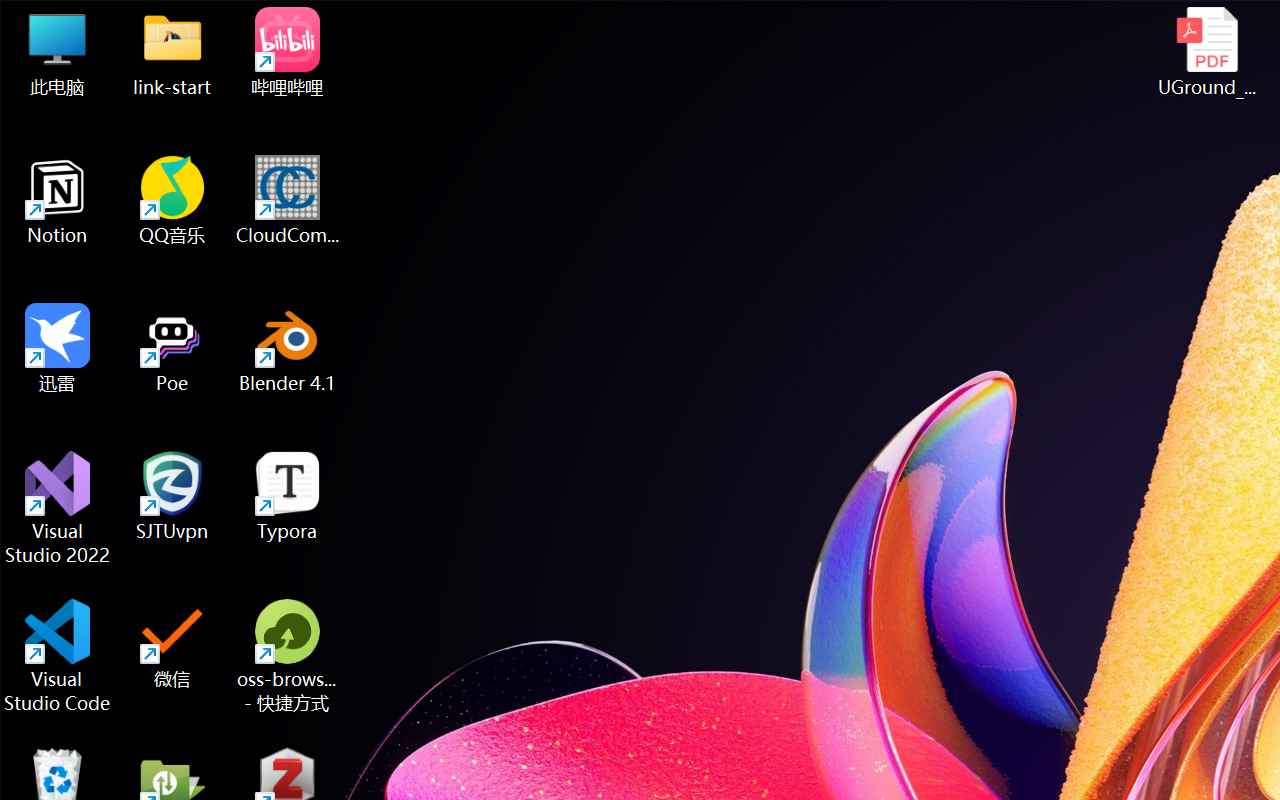 The height and width of the screenshot is (800, 1280). What do you see at coordinates (287, 496) in the screenshot?
I see `'Typora'` at bounding box center [287, 496].